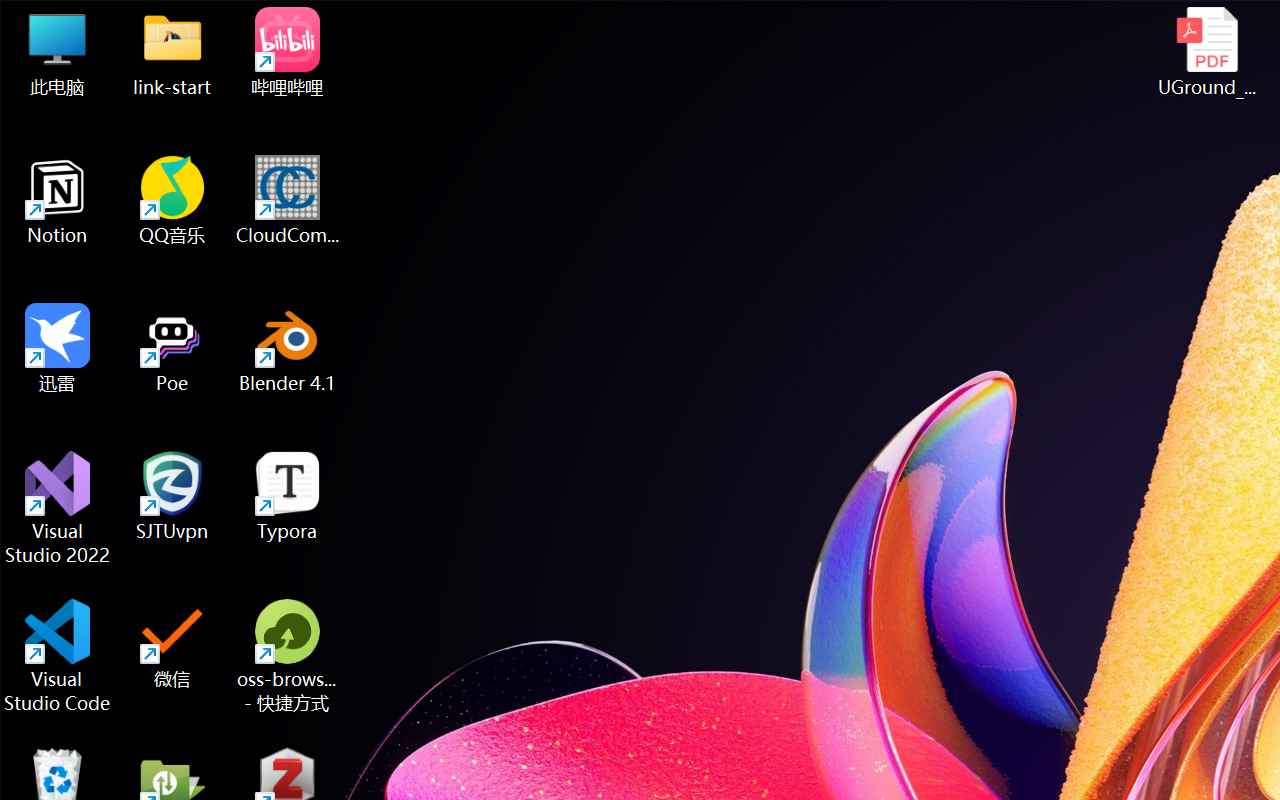 The height and width of the screenshot is (800, 1280). What do you see at coordinates (287, 496) in the screenshot?
I see `'Typora'` at bounding box center [287, 496].